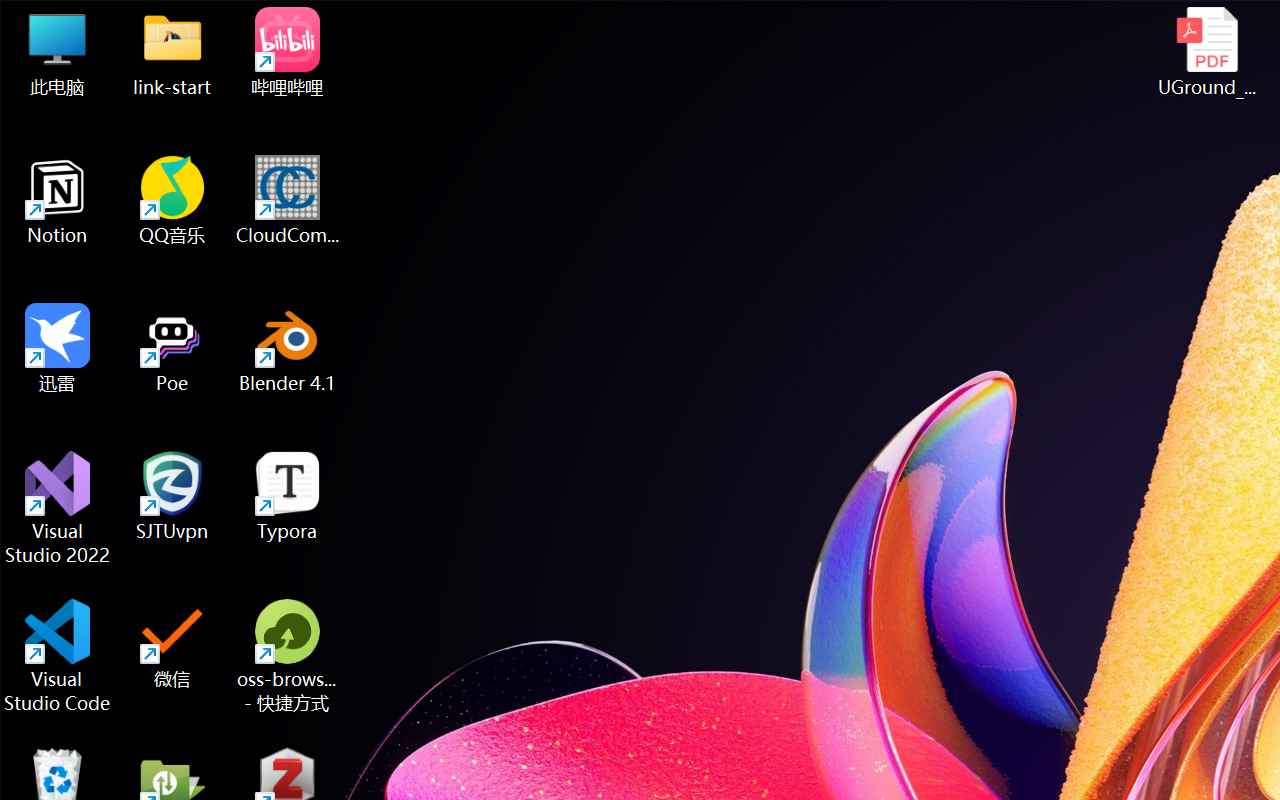 The height and width of the screenshot is (800, 1280). What do you see at coordinates (287, 496) in the screenshot?
I see `'Typora'` at bounding box center [287, 496].